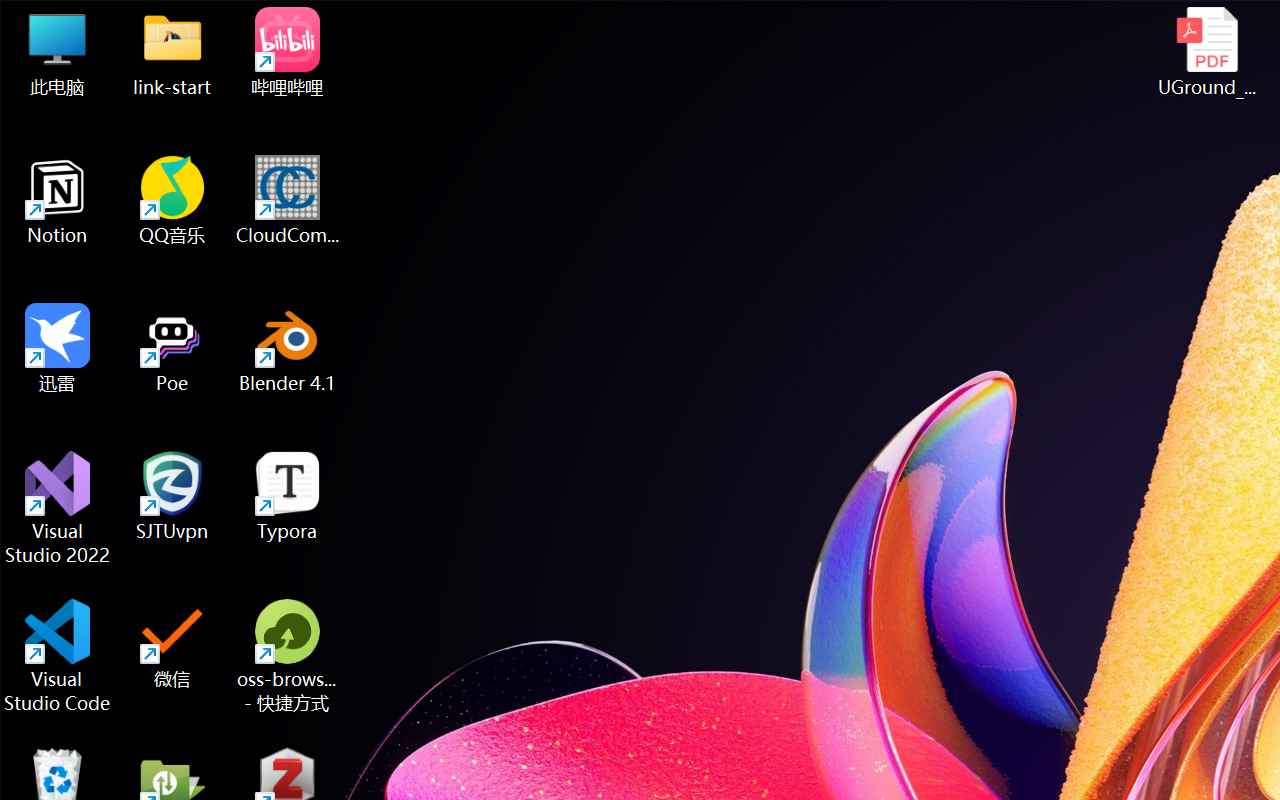 The height and width of the screenshot is (800, 1280). What do you see at coordinates (287, 496) in the screenshot?
I see `'Typora'` at bounding box center [287, 496].